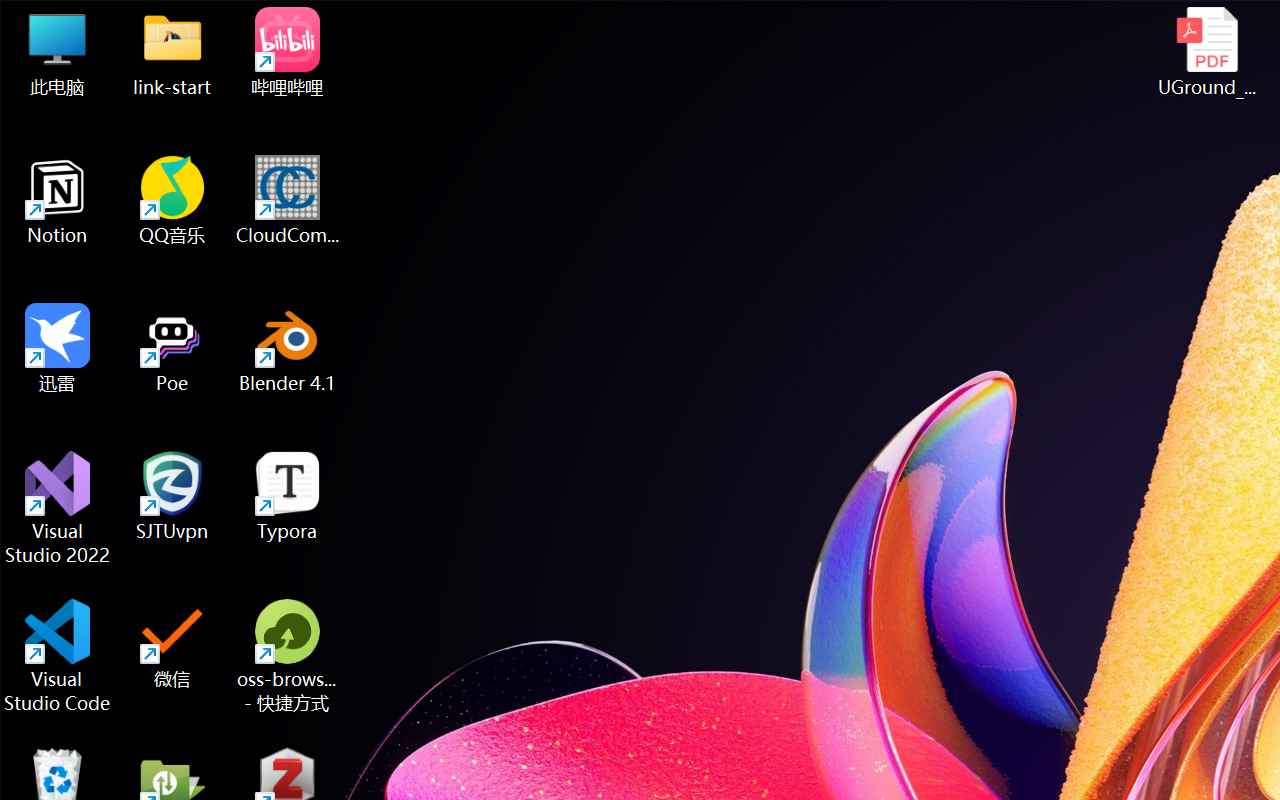 The height and width of the screenshot is (800, 1280). What do you see at coordinates (287, 496) in the screenshot?
I see `'Typora'` at bounding box center [287, 496].